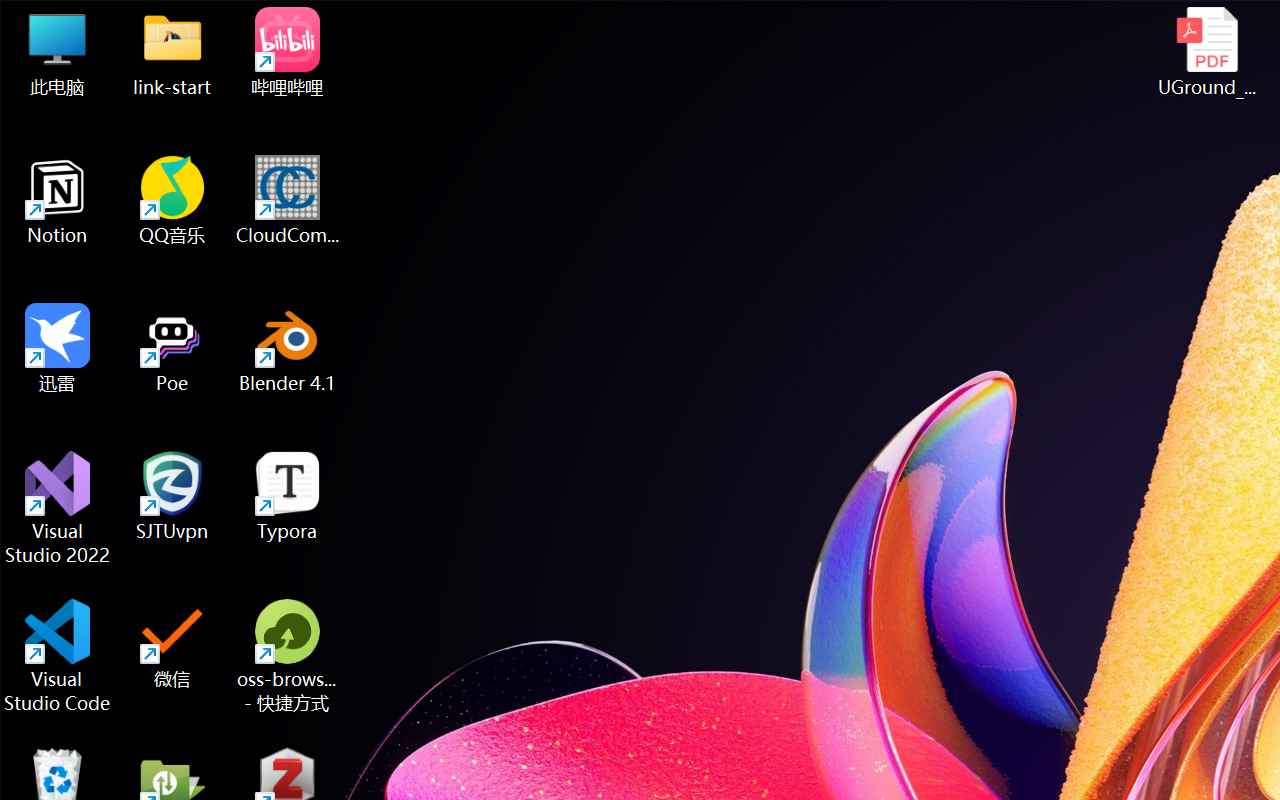 The height and width of the screenshot is (800, 1280). What do you see at coordinates (287, 496) in the screenshot?
I see `'Typora'` at bounding box center [287, 496].